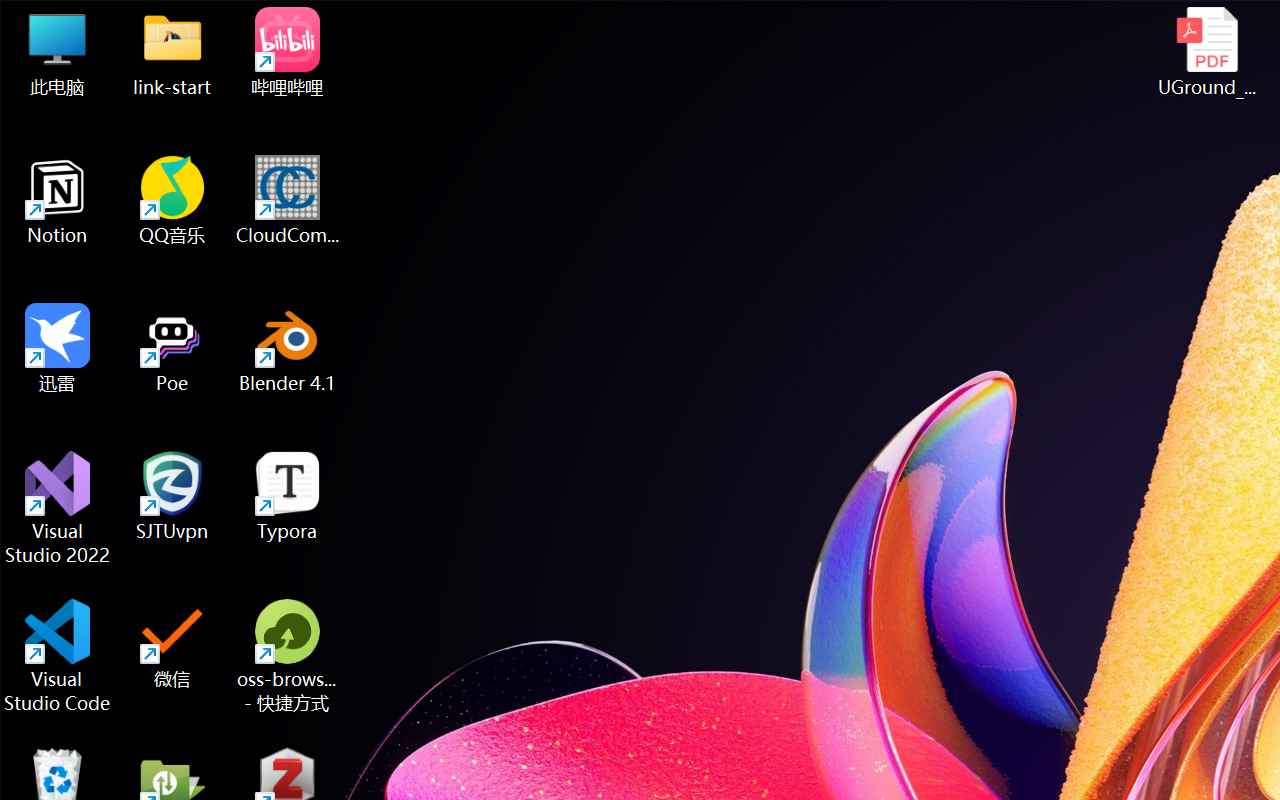 The height and width of the screenshot is (800, 1280). What do you see at coordinates (287, 496) in the screenshot?
I see `'Typora'` at bounding box center [287, 496].